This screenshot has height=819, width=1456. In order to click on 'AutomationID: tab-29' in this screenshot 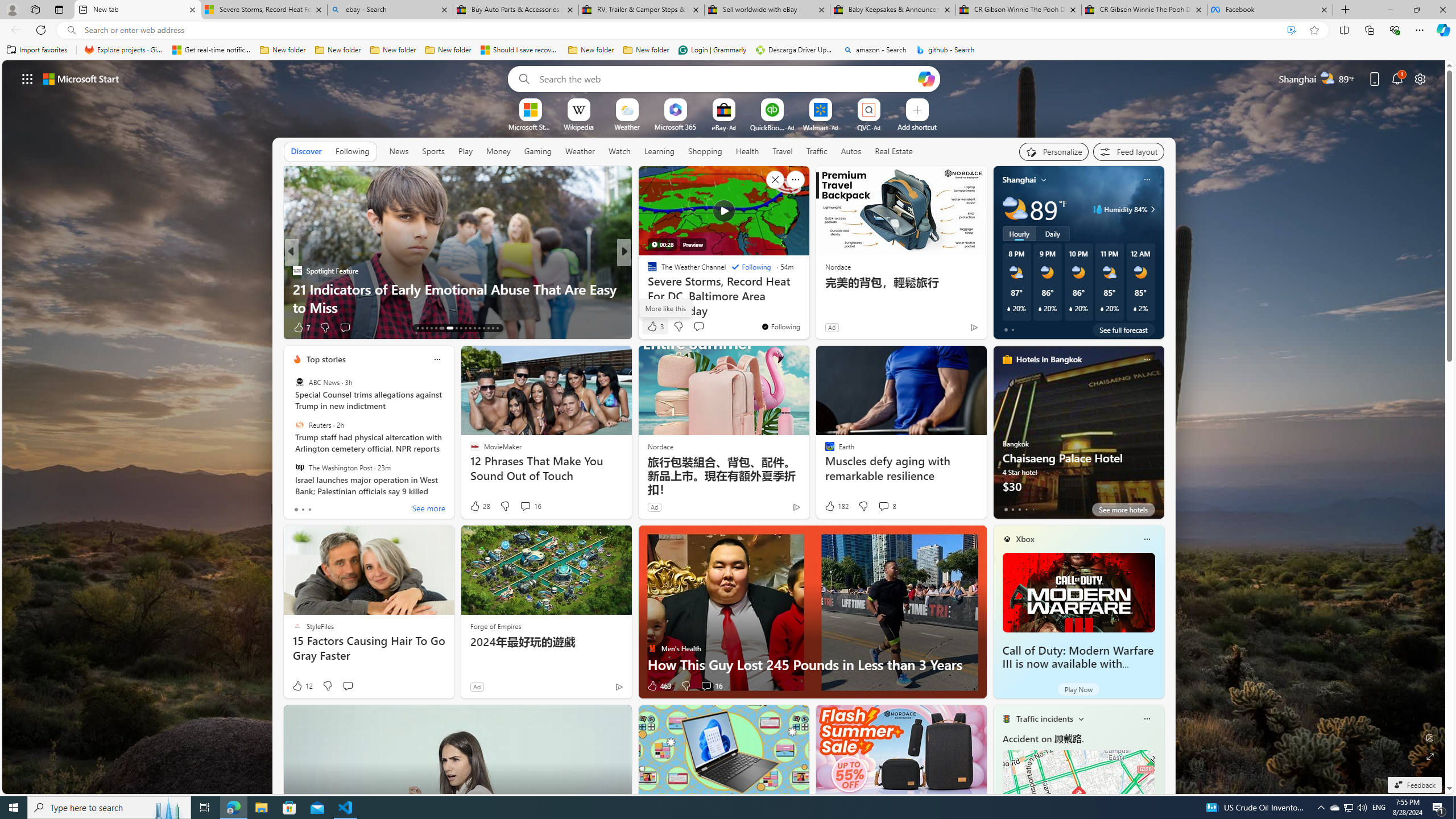, I will do `click(497, 328)`.